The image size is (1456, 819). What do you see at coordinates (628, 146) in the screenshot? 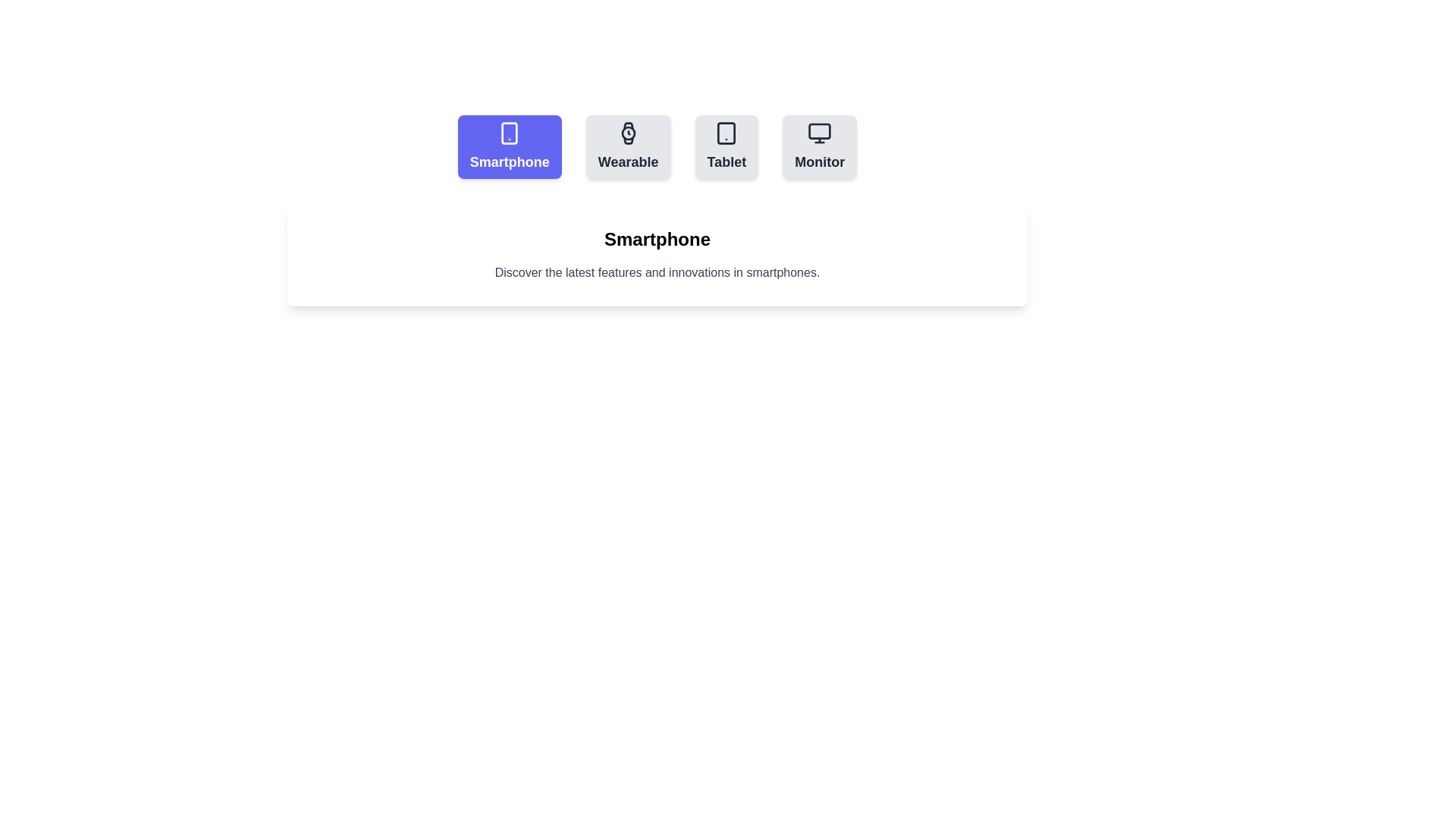
I see `the tab button corresponding to Wearable` at bounding box center [628, 146].